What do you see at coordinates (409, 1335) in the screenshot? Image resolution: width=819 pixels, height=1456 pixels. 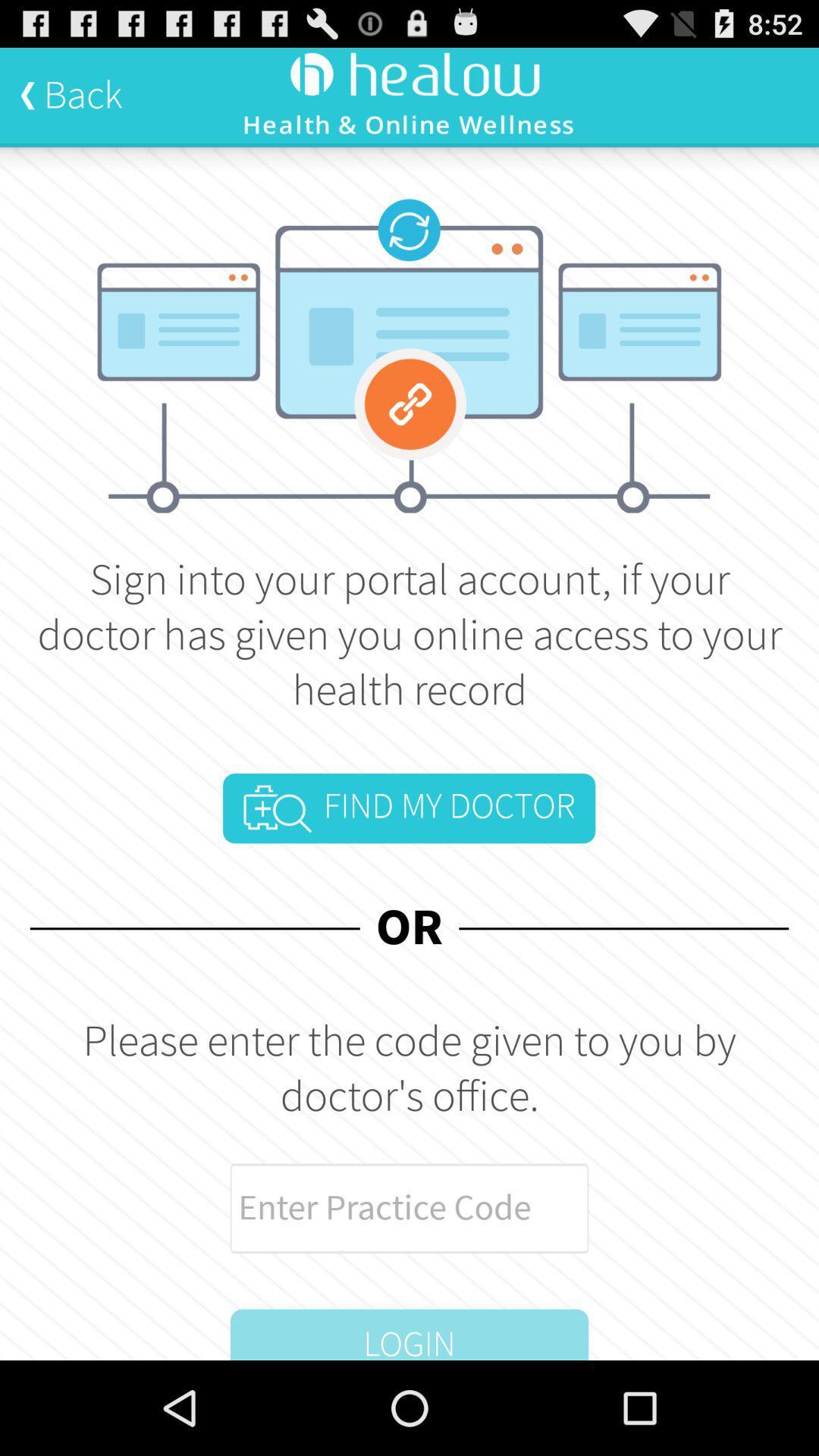 I see `login` at bounding box center [409, 1335].